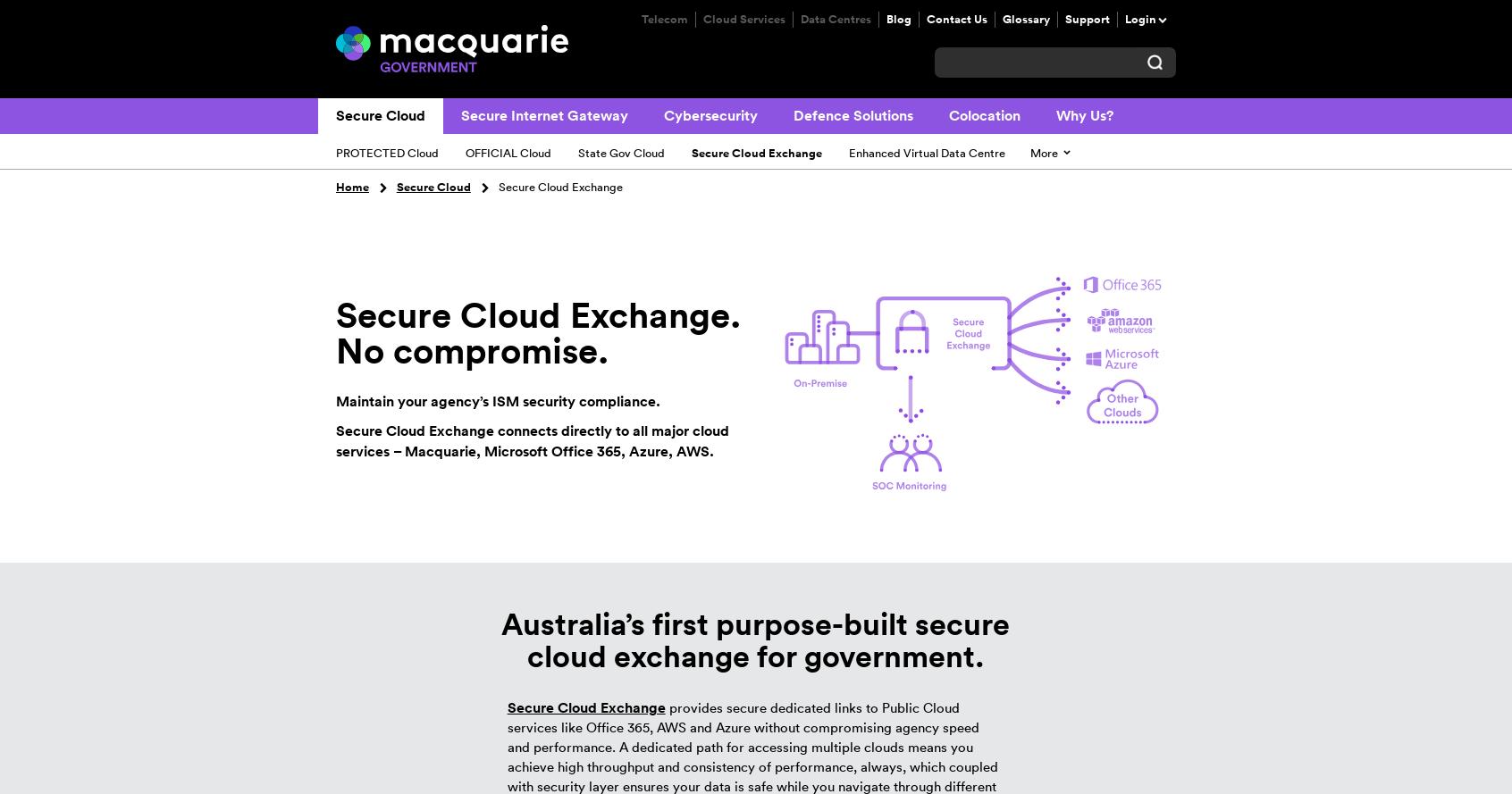 Image resolution: width=1512 pixels, height=794 pixels. I want to click on 'Contact Us', so click(956, 19).